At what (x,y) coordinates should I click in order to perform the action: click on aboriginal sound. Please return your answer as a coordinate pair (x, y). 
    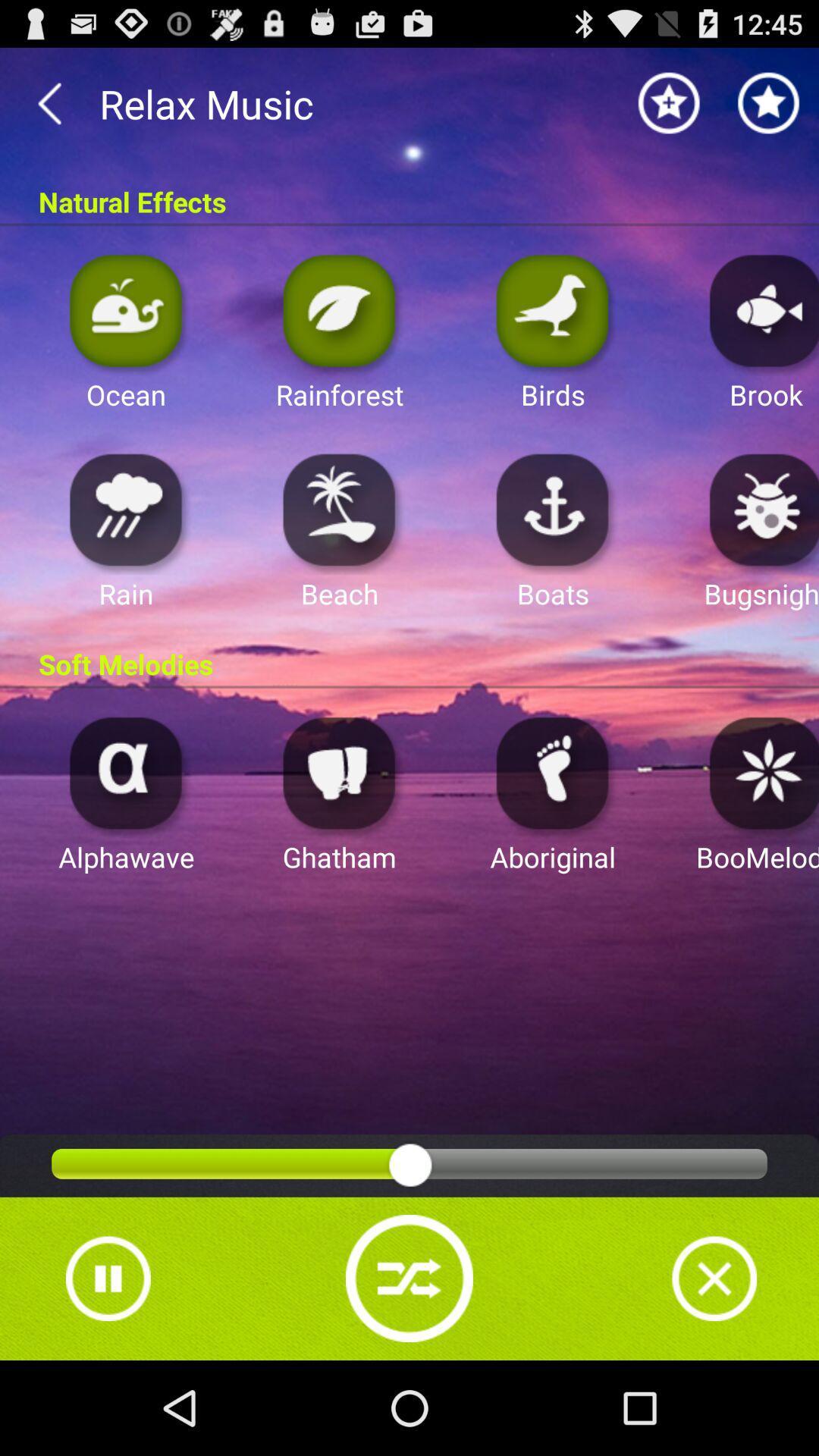
    Looking at the image, I should click on (553, 772).